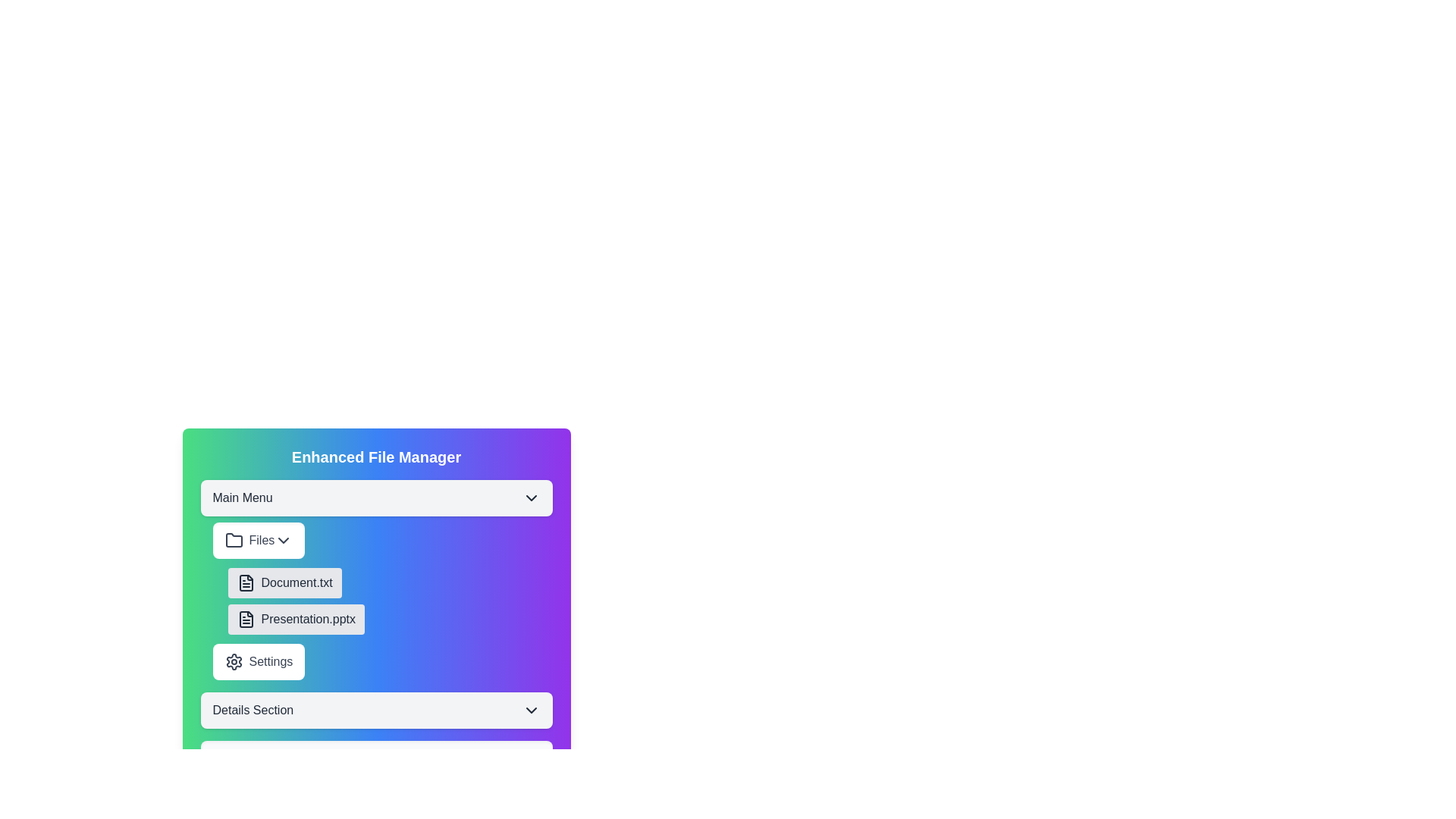 Image resolution: width=1456 pixels, height=819 pixels. What do you see at coordinates (246, 620) in the screenshot?
I see `the document icon representing 'Presentation.pptx' in the Enhanced File Manager interface` at bounding box center [246, 620].